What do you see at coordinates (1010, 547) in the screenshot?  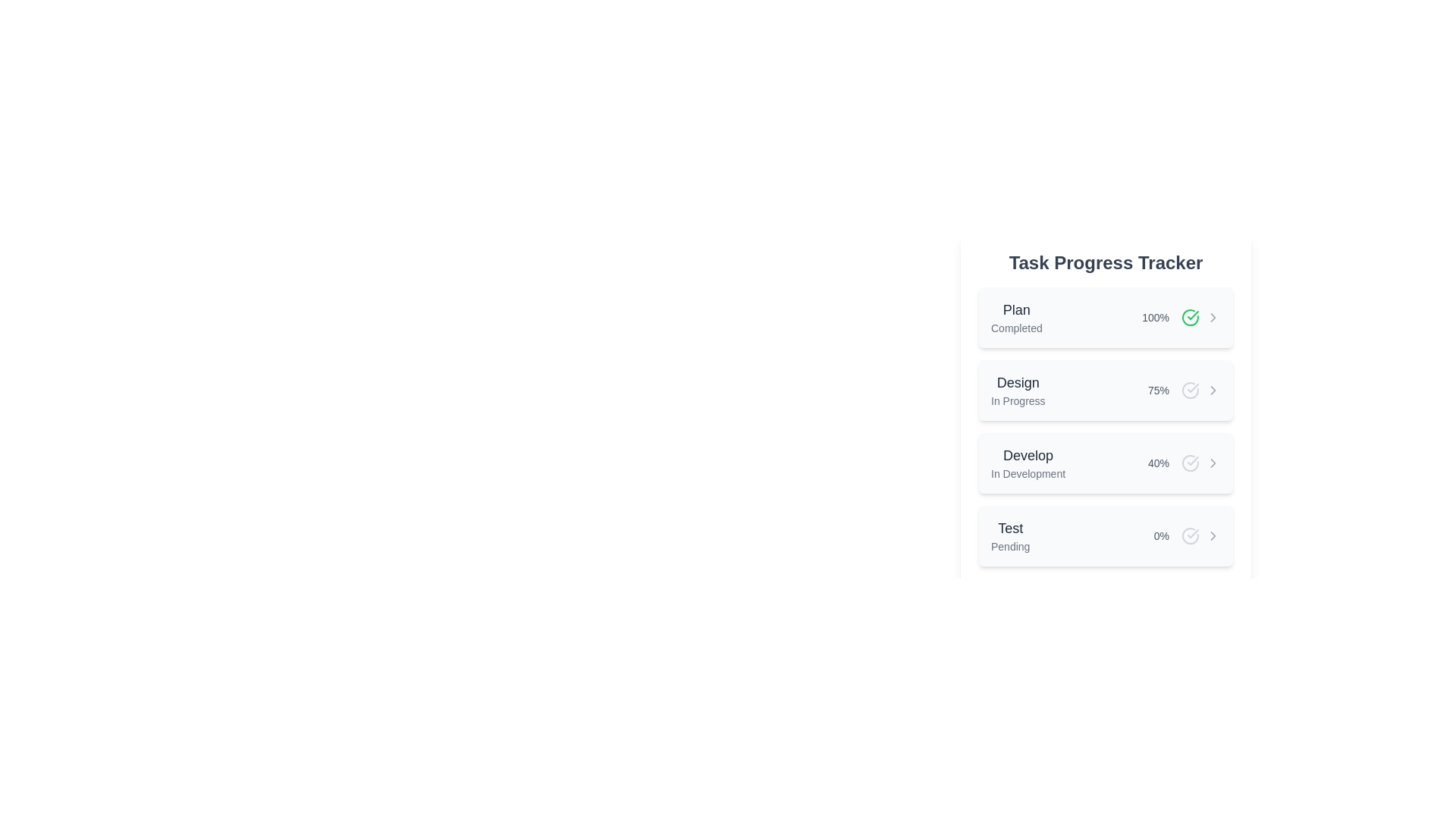 I see `the static text label indicating the status of the 'Test' task which shows 'Pending'` at bounding box center [1010, 547].